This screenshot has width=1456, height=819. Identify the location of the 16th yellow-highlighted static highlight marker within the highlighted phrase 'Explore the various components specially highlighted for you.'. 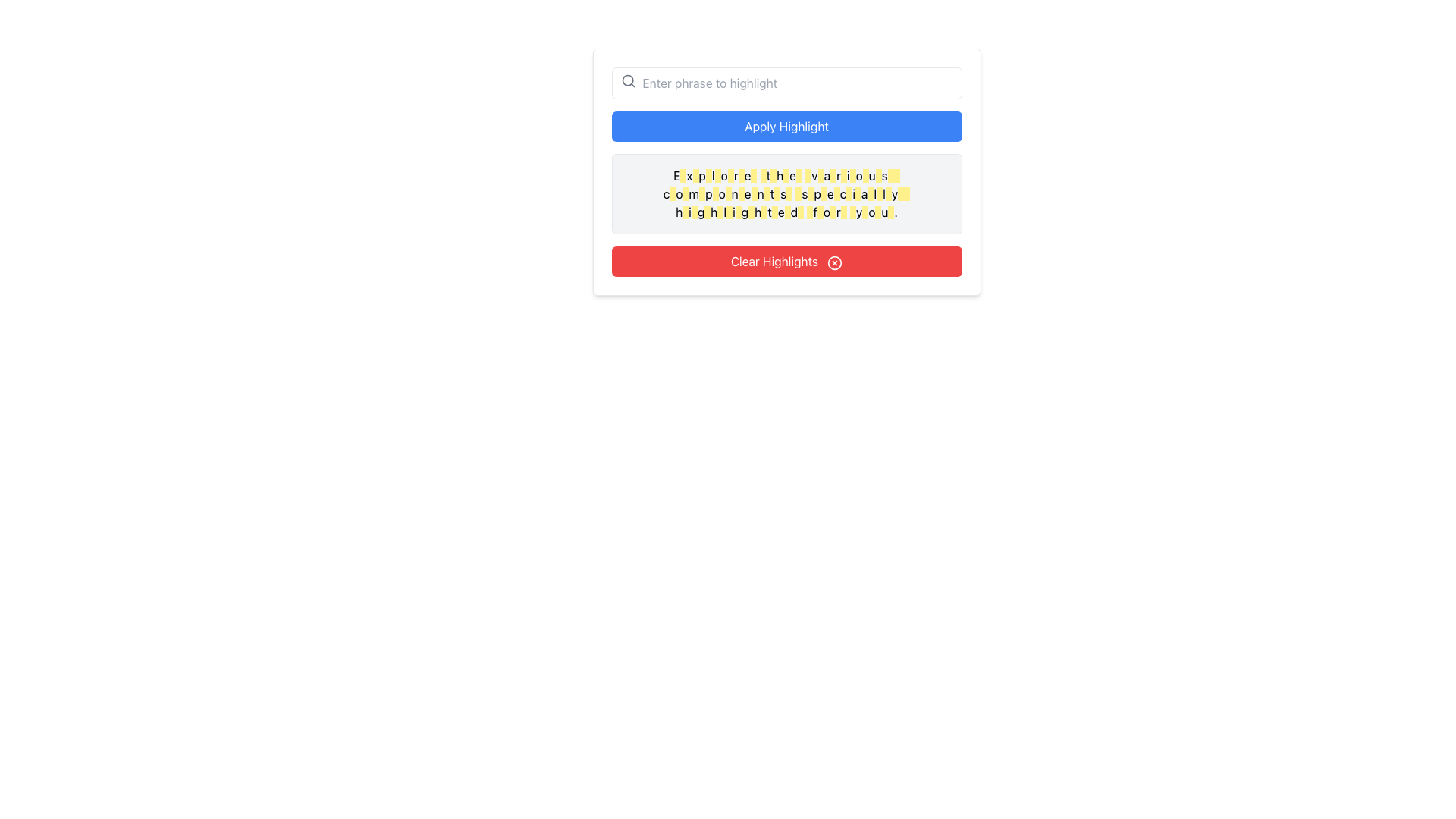
(852, 174).